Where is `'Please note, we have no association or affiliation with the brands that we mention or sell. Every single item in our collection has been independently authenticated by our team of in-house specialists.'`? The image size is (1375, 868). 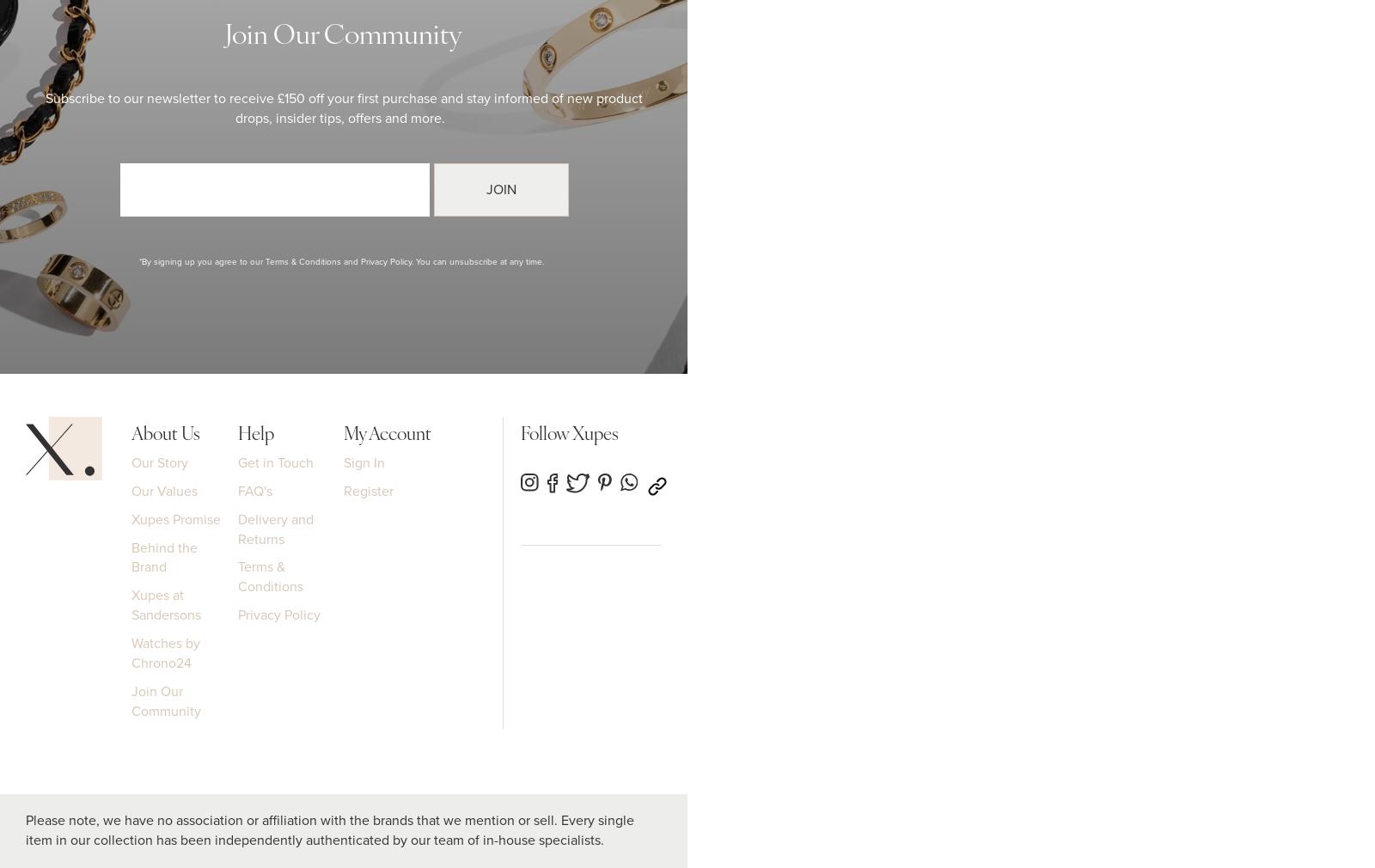
'Please note, we have no association or affiliation with the brands that we mention or sell. Every single item in our collection has been independently authenticated by our team of in-house specialists.' is located at coordinates (330, 829).